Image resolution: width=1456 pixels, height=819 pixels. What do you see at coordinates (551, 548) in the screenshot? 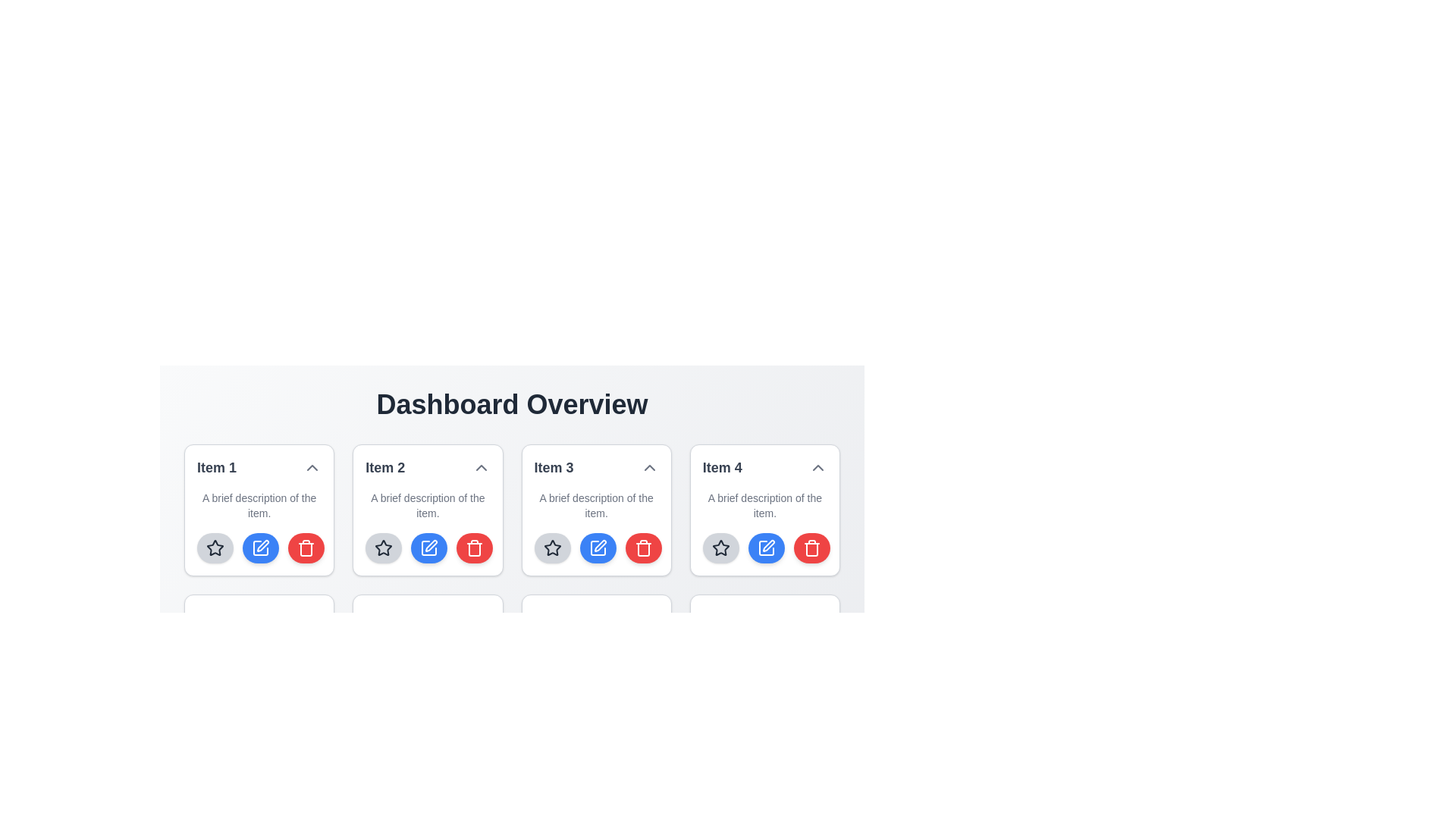
I see `the star icon with an outlined design filled with gray color located in the card labeled 'Item 3' to mark it as a favorite` at bounding box center [551, 548].